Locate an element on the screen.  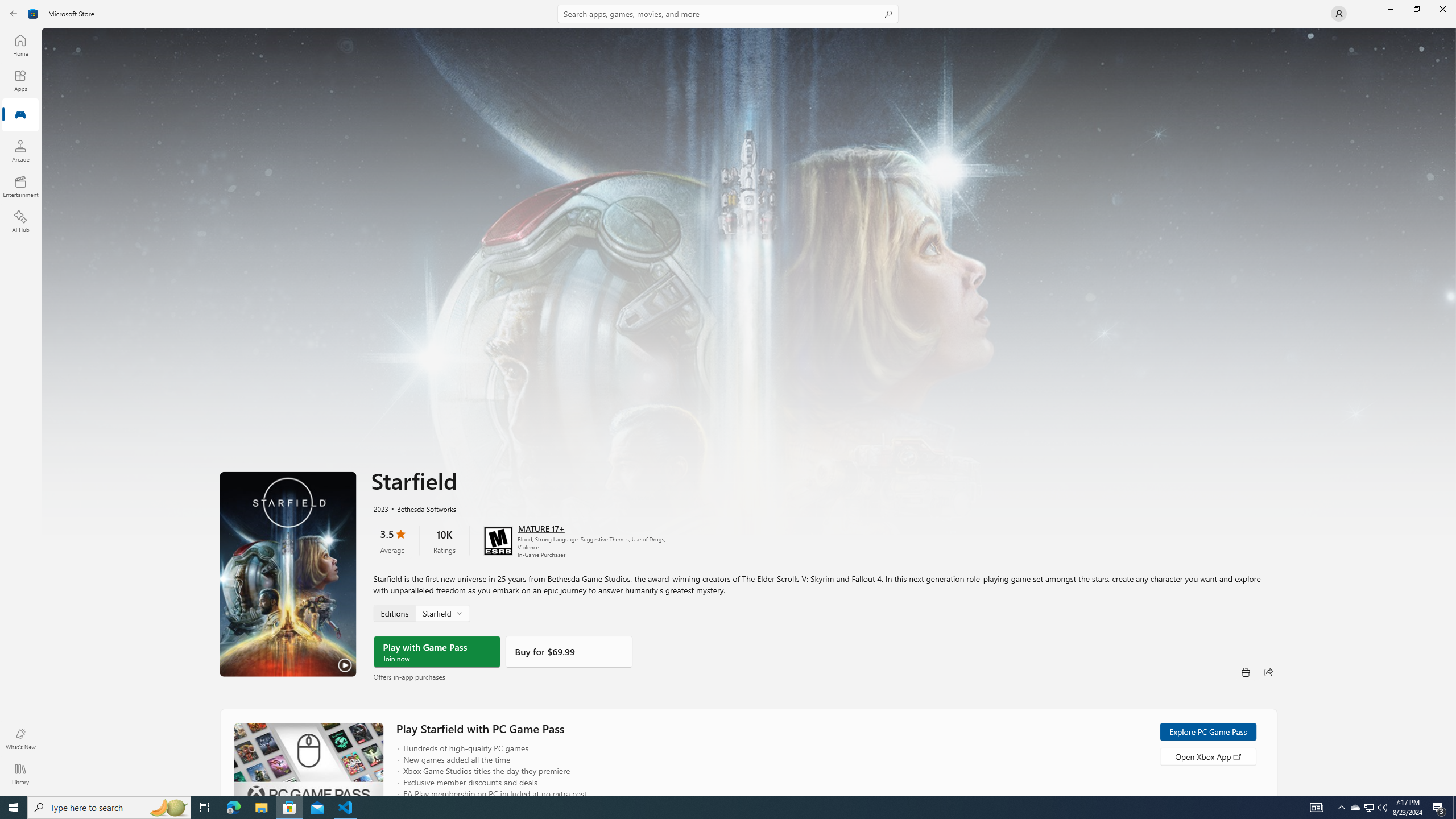
'Back' is located at coordinates (14, 13).